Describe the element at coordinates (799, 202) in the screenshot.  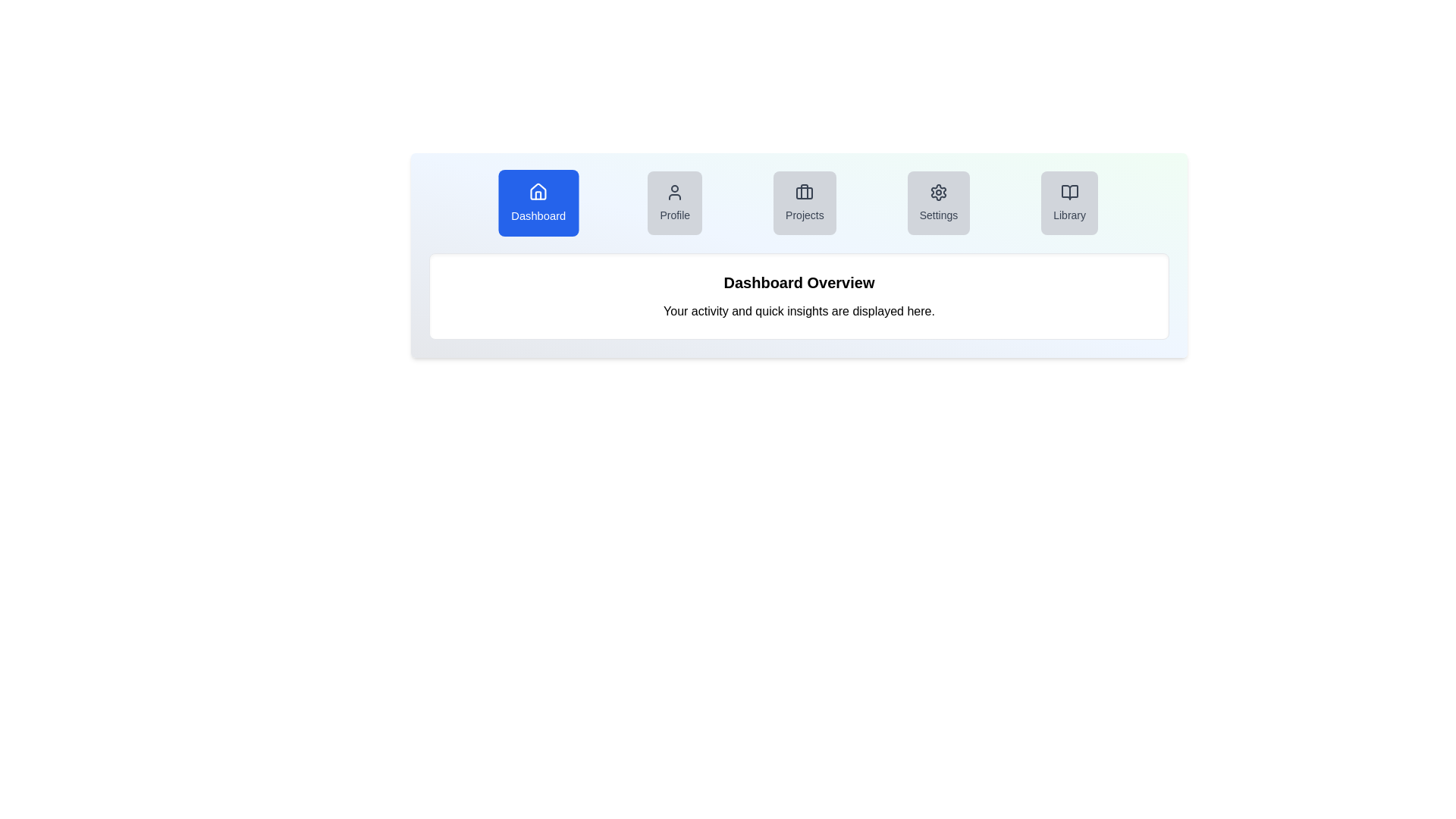
I see `the 'Projects' navigation button located beneath the header and above the overview section` at that location.